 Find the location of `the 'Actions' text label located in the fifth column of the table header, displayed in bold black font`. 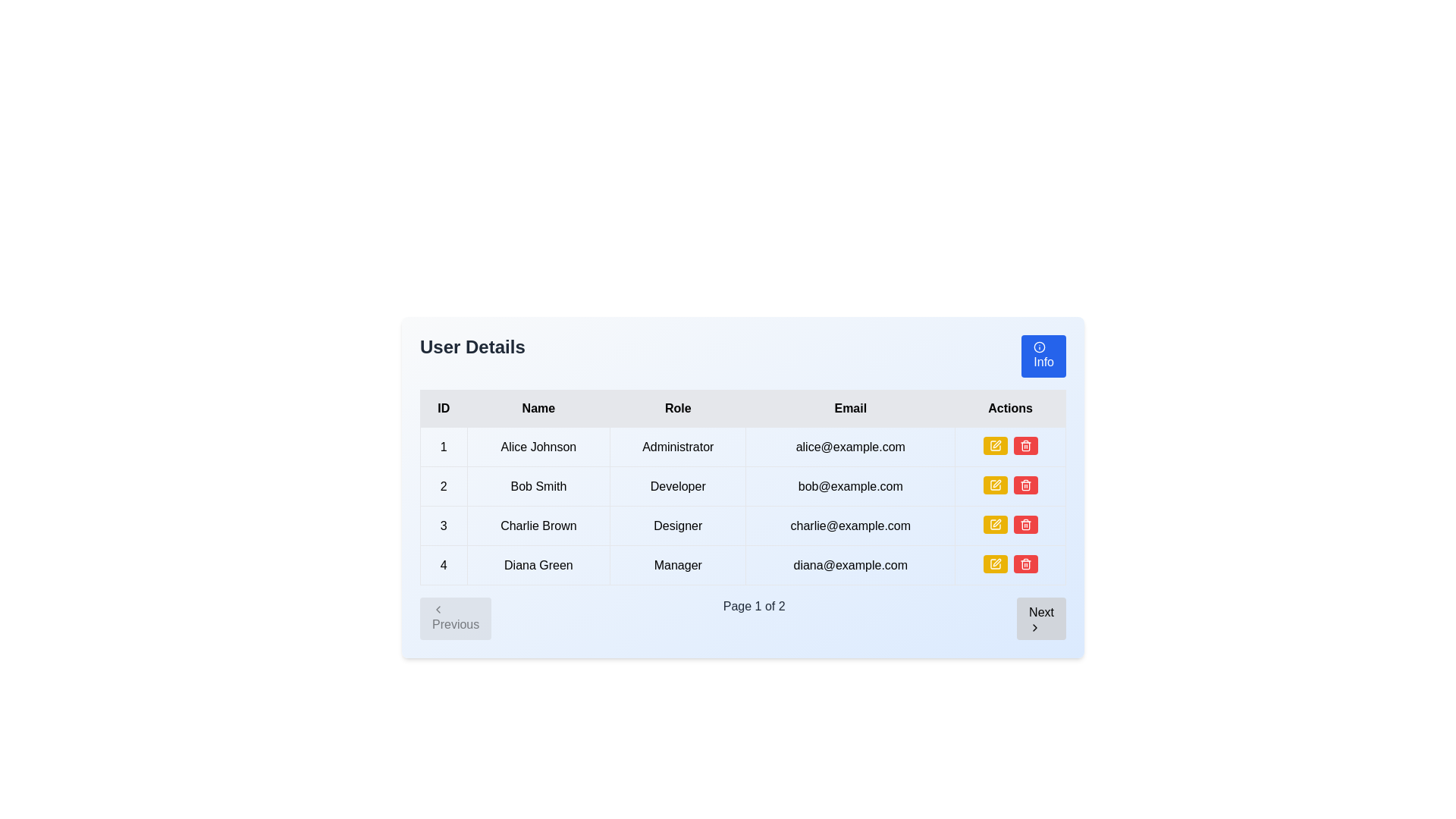

the 'Actions' text label located in the fifth column of the table header, displayed in bold black font is located at coordinates (1010, 408).